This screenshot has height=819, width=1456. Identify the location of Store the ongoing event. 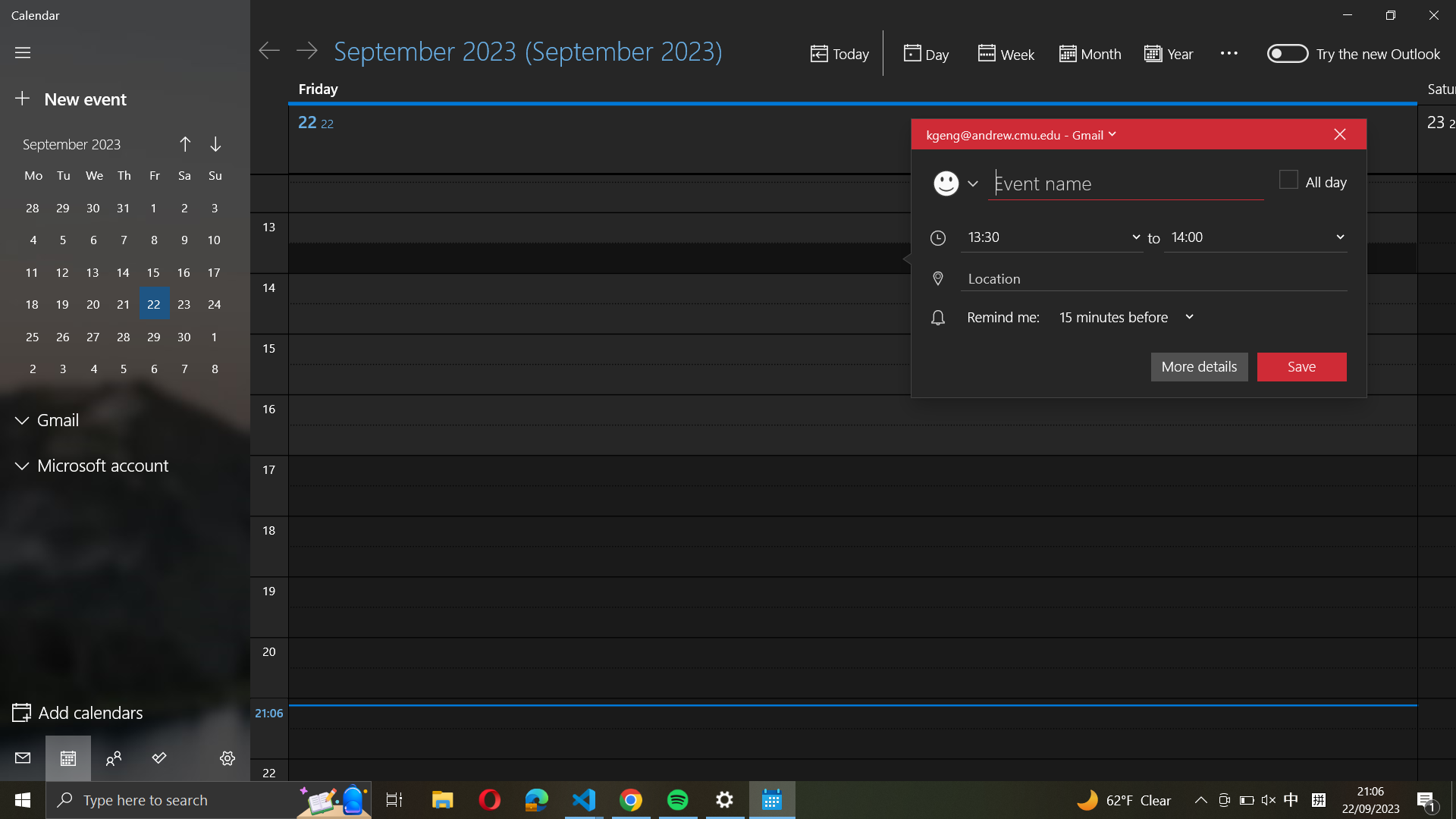
(1301, 366).